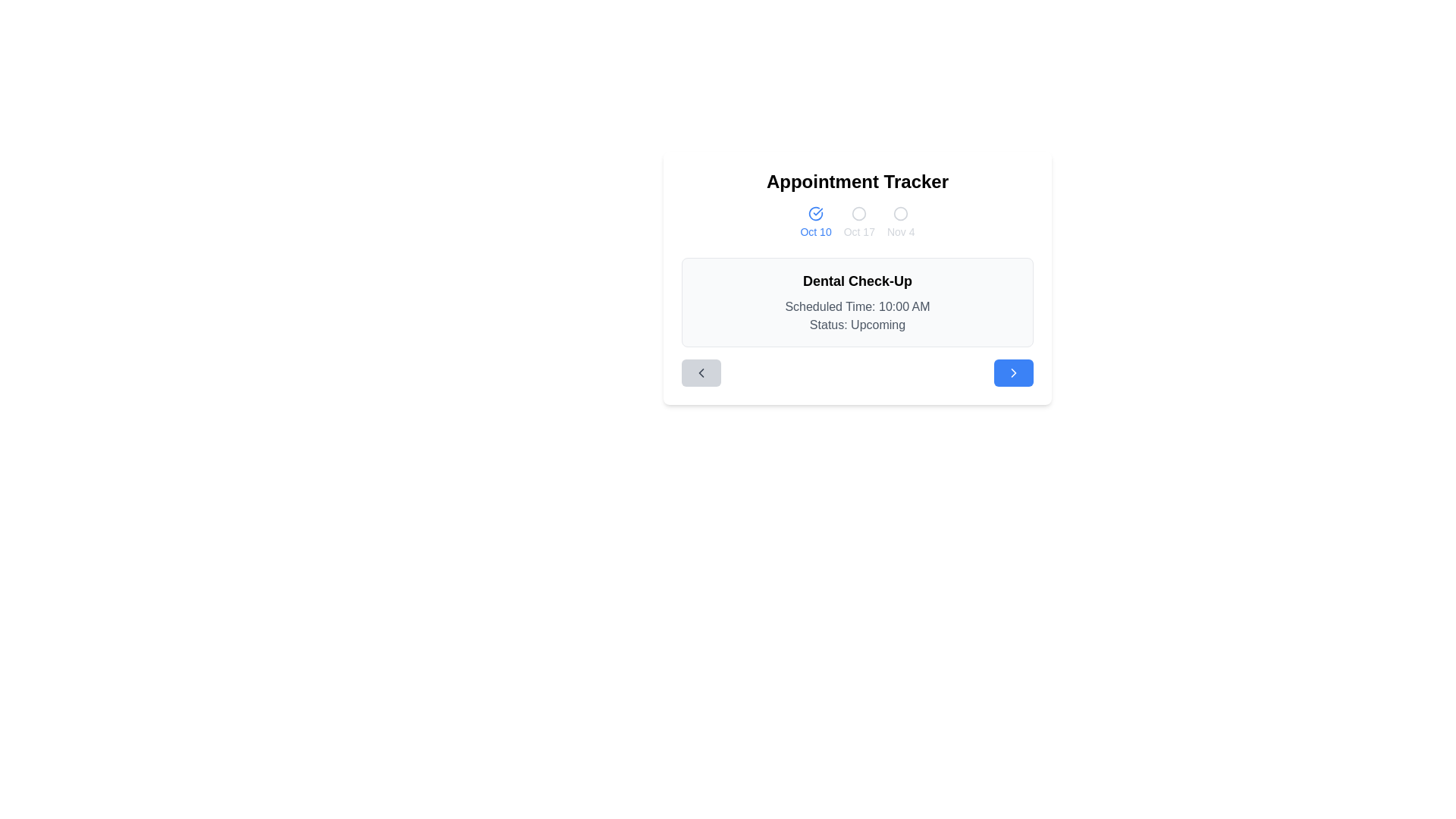  What do you see at coordinates (858, 307) in the screenshot?
I see `the static text label that displays the scheduled time for the appointment, which is positioned between 'Dental Check-Up' and 'Status: Upcoming'` at bounding box center [858, 307].